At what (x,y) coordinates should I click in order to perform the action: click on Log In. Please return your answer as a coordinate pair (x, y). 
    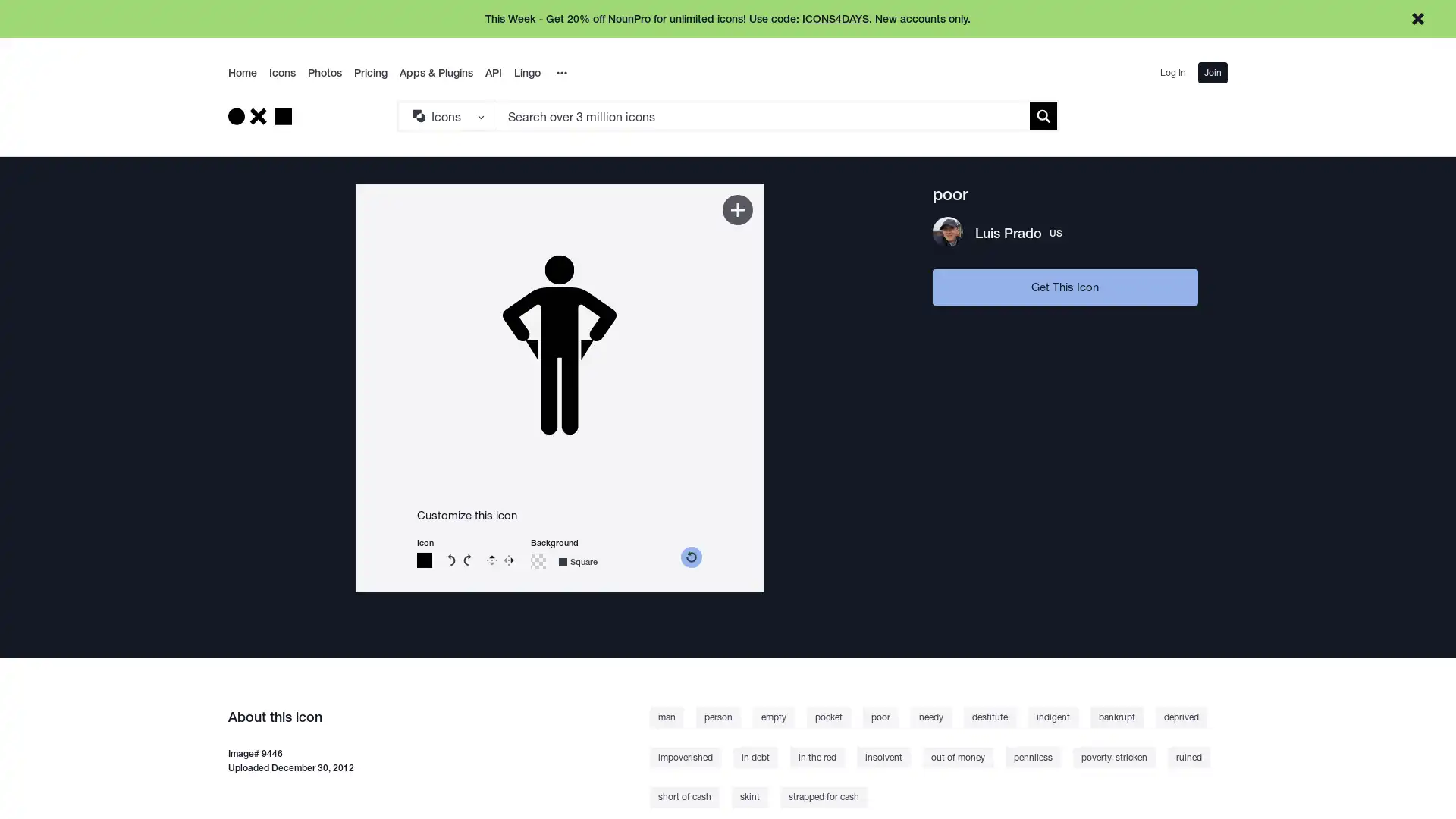
    Looking at the image, I should click on (1172, 73).